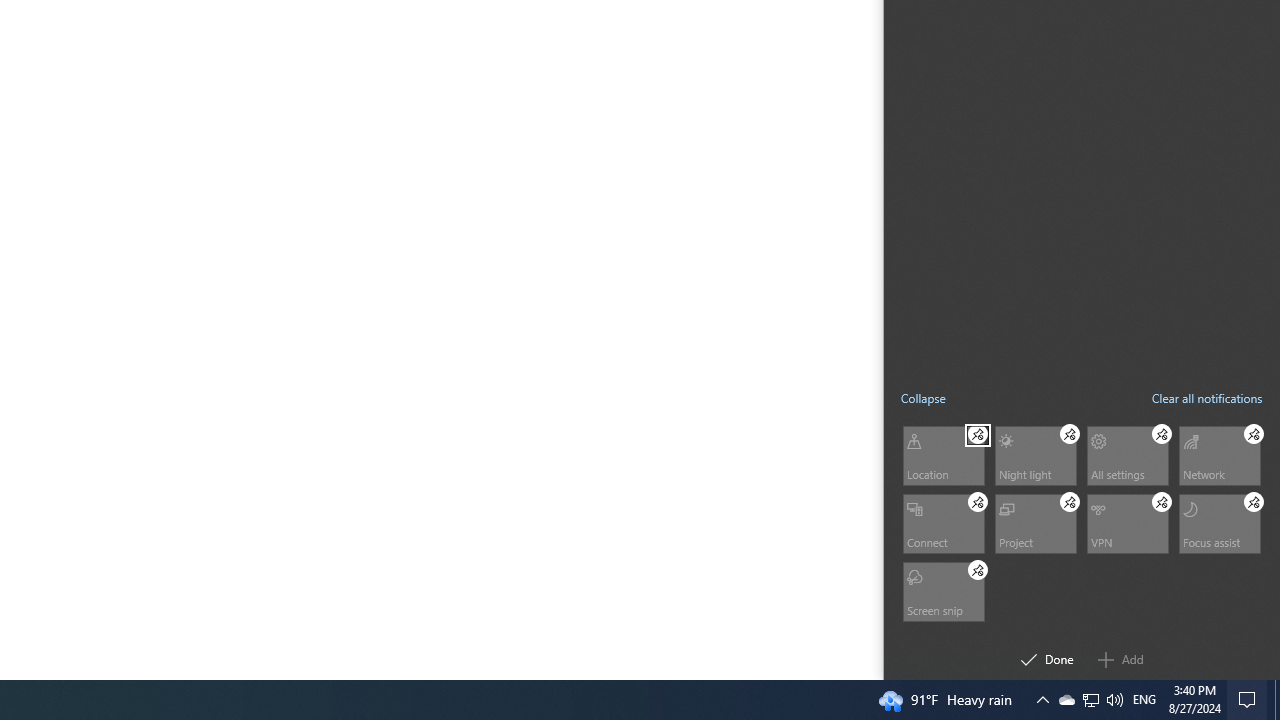 The image size is (1280, 720). Describe the element at coordinates (941, 522) in the screenshot. I see `'Connect'` at that location.